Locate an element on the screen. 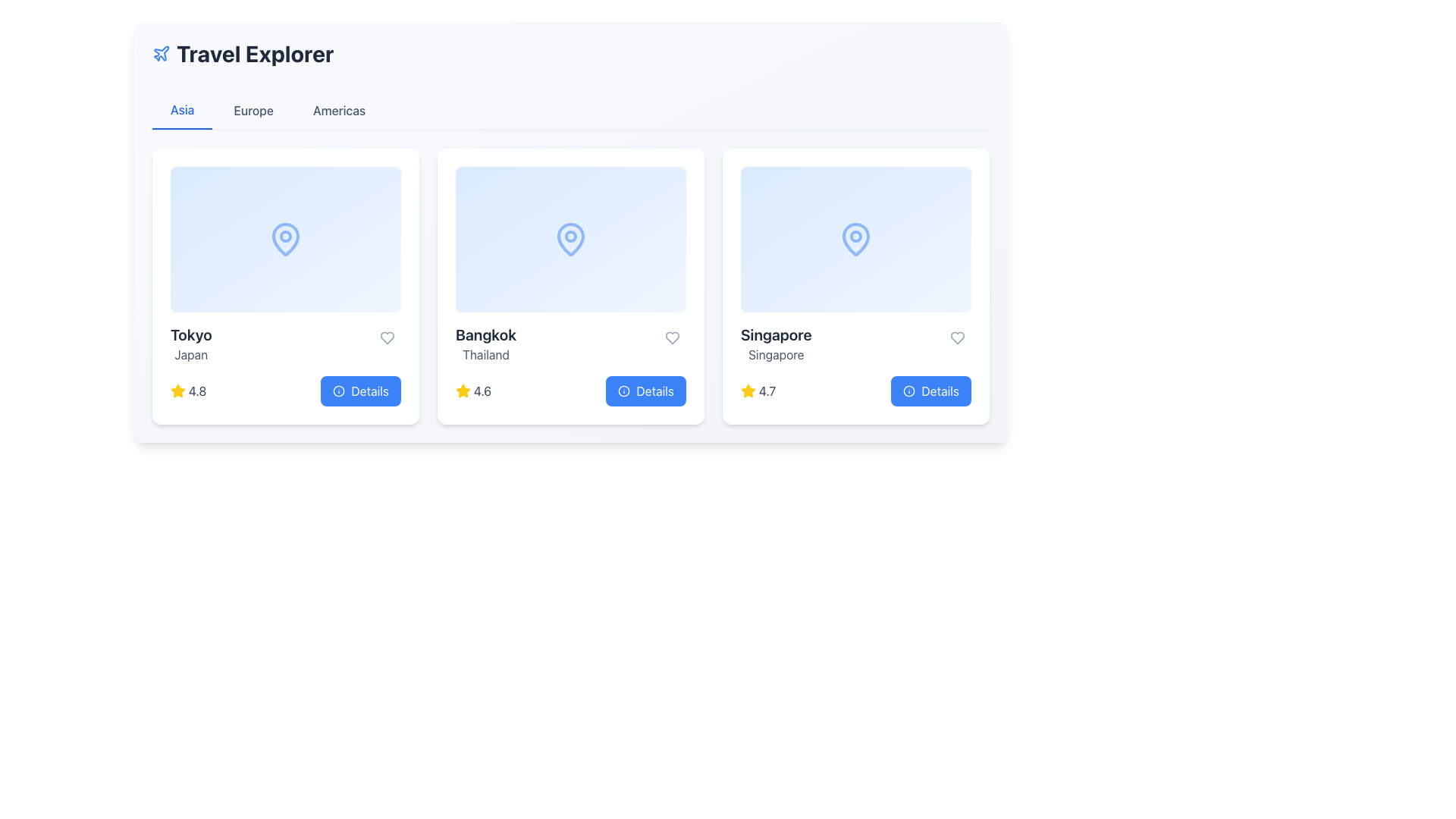 This screenshot has width=1456, height=819. the static text label displaying 'Japan', which is located directly below the bolded 'Tokyo' text in the leftmost card of a 3-column grid is located at coordinates (190, 354).